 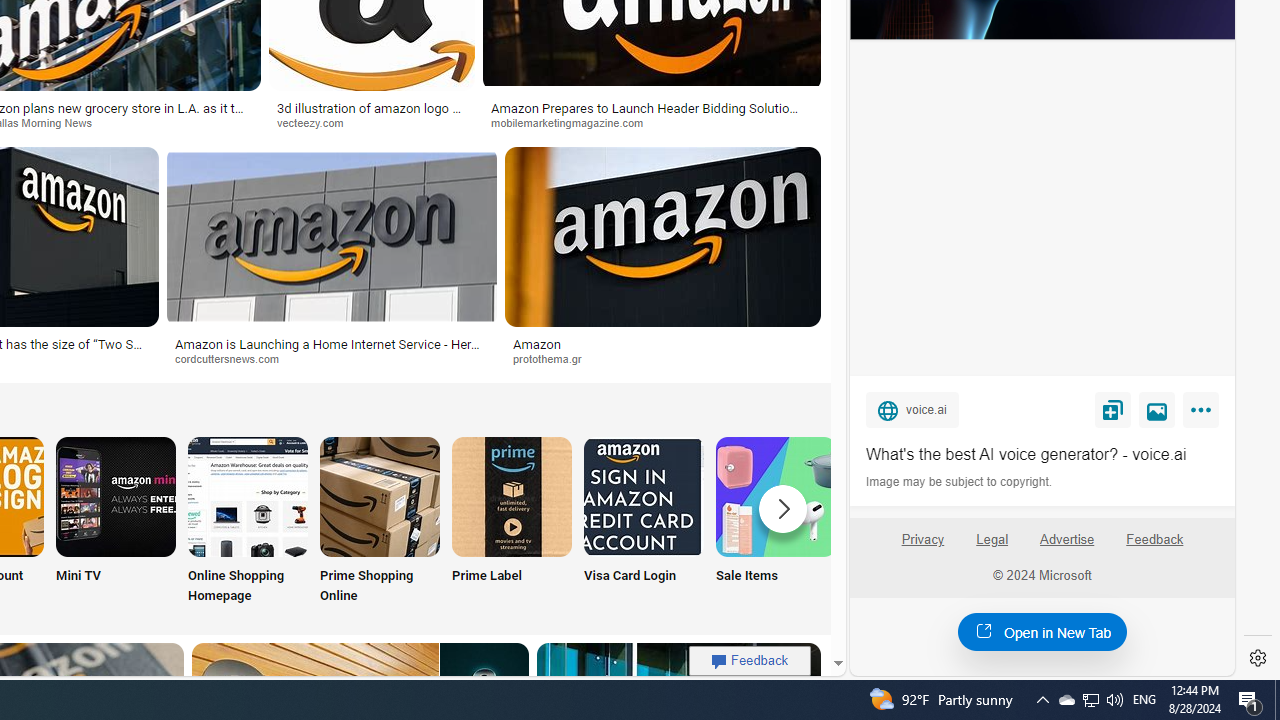 I want to click on 'Amazonprotothema.grSave', so click(x=663, y=260).